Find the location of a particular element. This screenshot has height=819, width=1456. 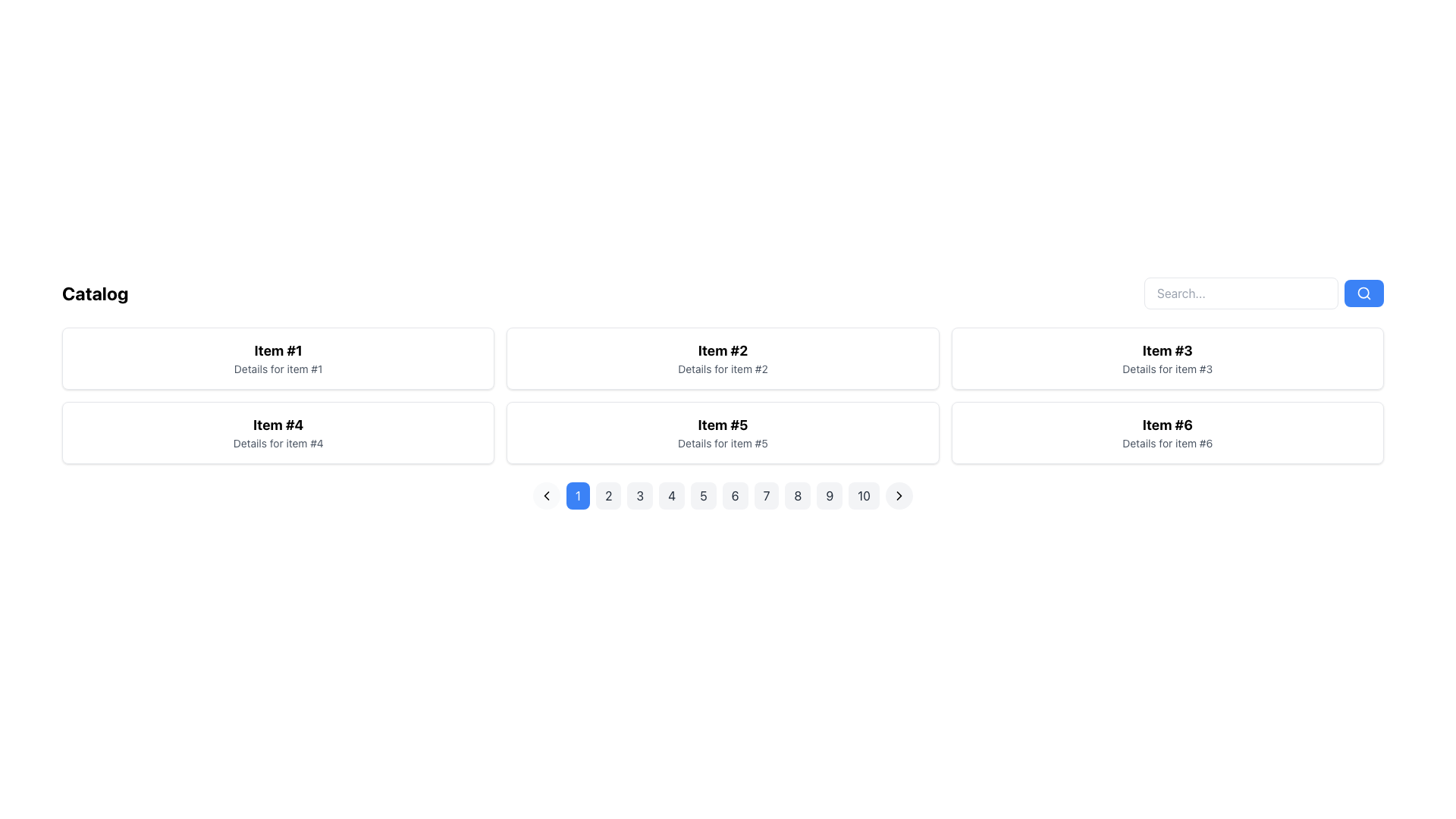

the eighth interactive button in the pagination component is located at coordinates (797, 496).